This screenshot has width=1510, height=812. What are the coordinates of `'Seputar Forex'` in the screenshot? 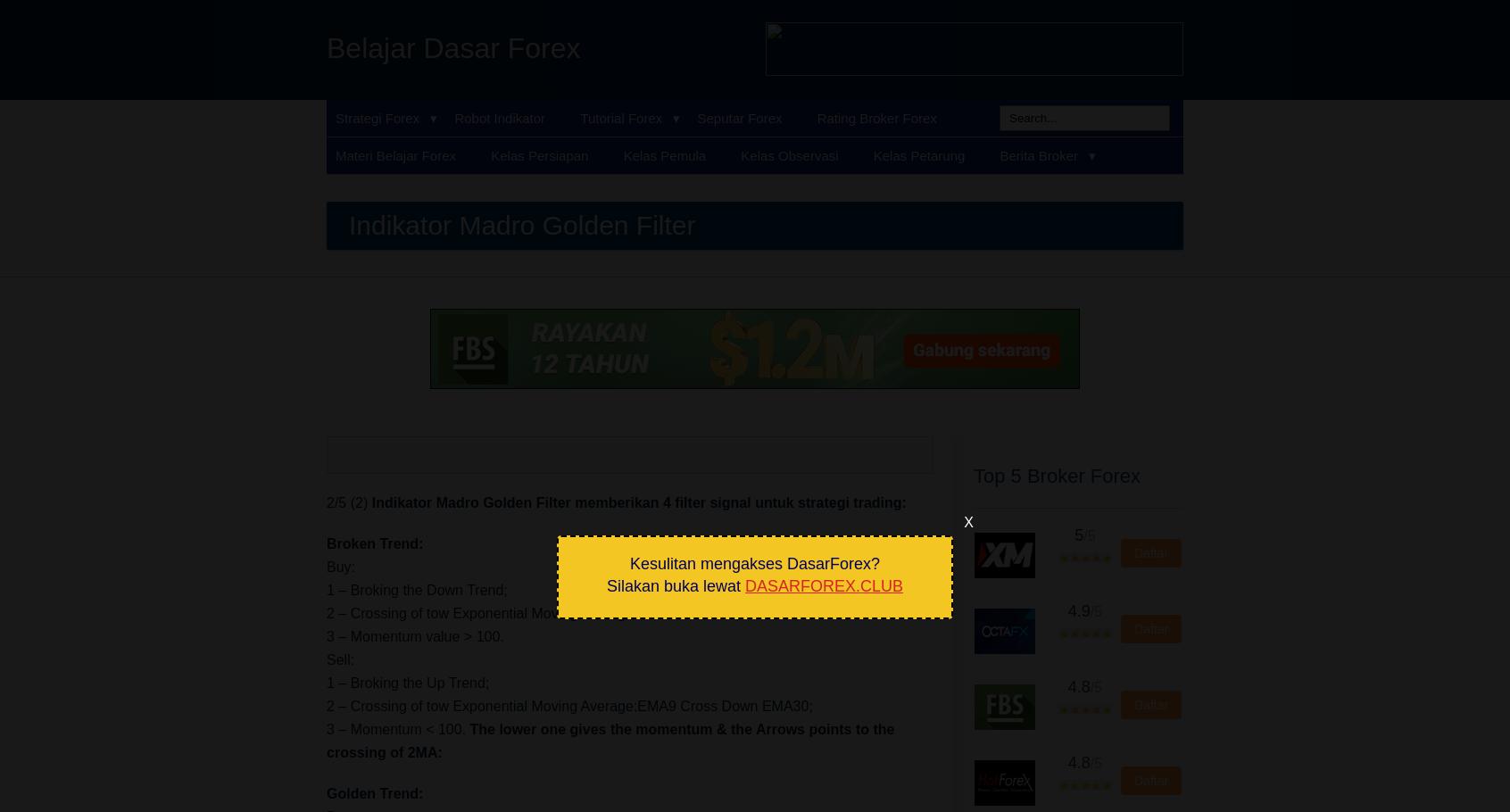 It's located at (739, 117).